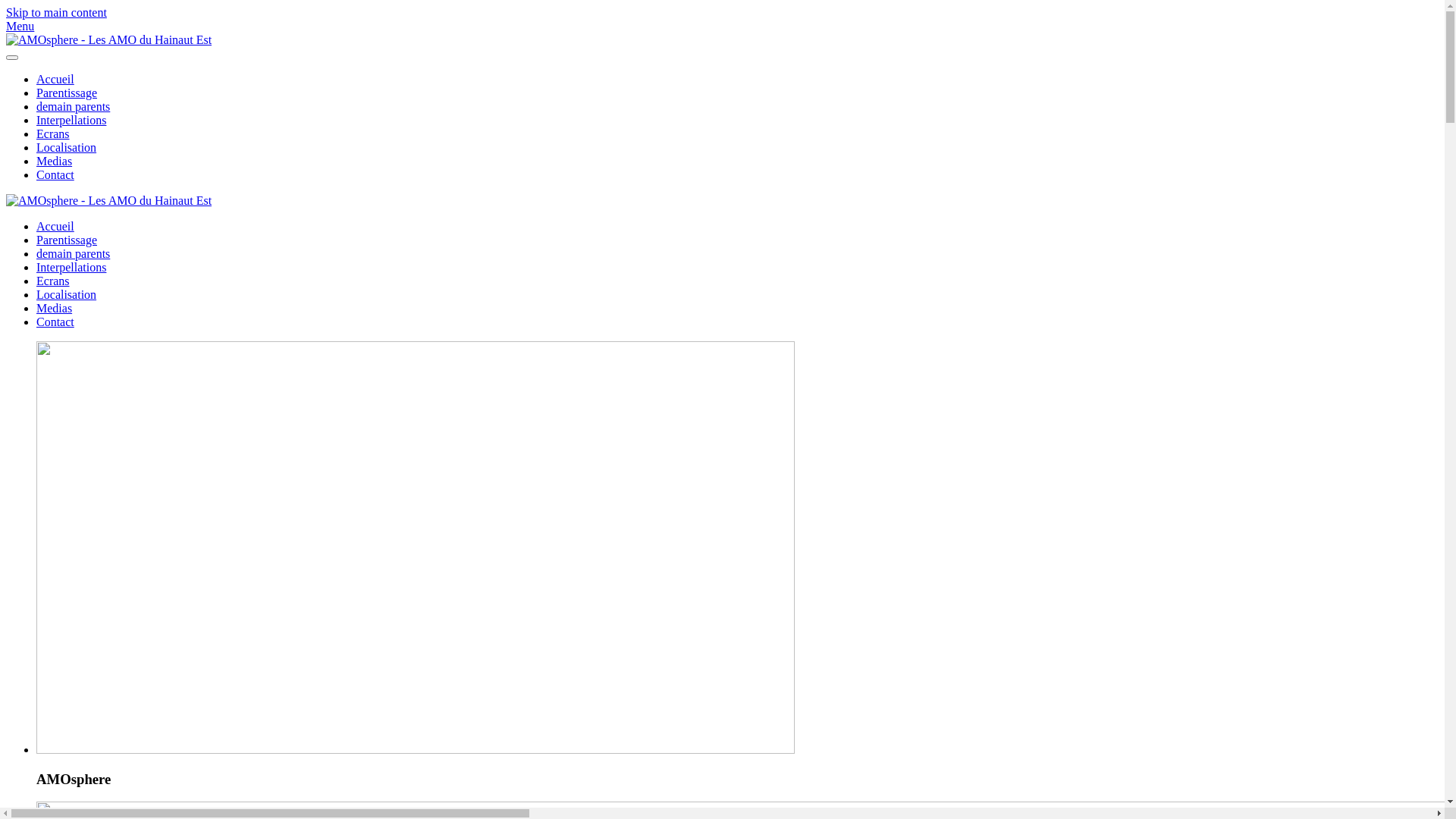  I want to click on 'demain parents', so click(72, 105).